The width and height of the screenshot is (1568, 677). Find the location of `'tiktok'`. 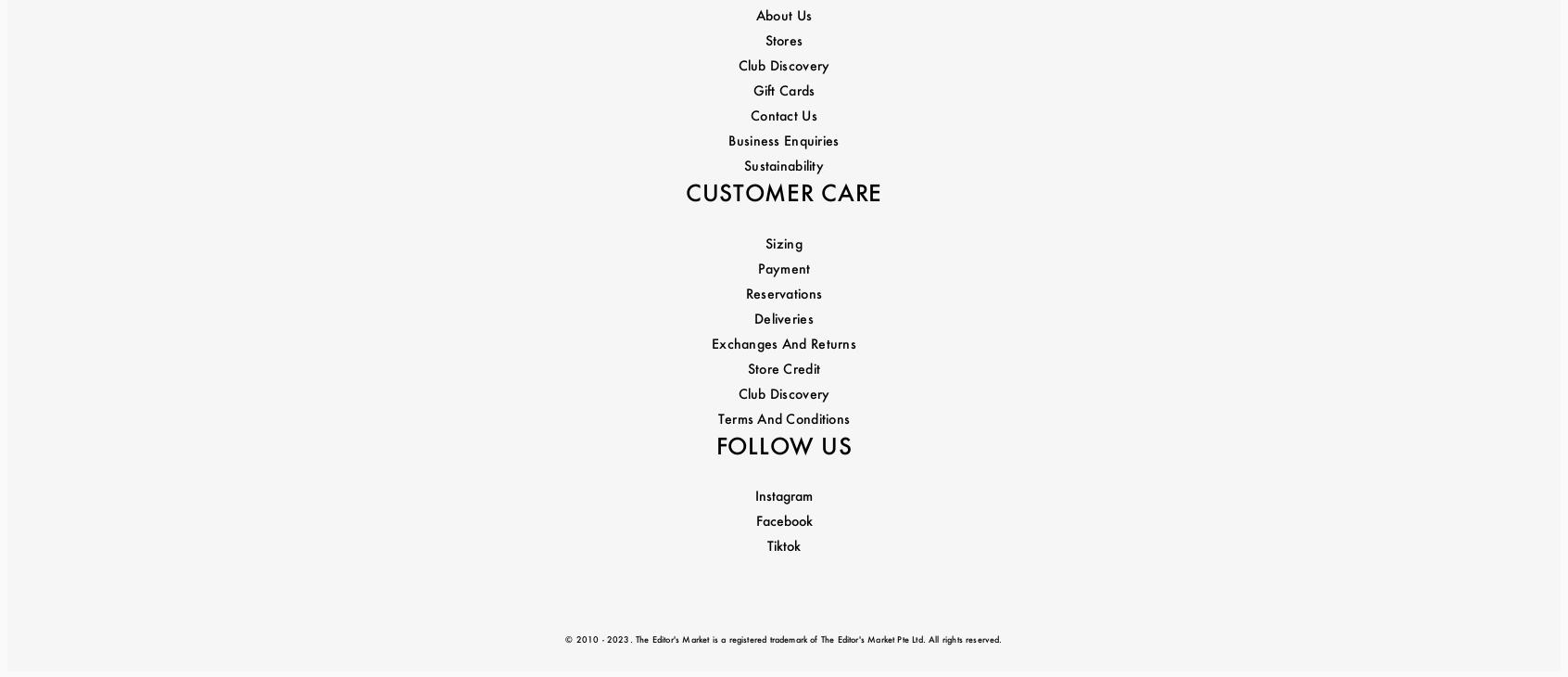

'tiktok' is located at coordinates (784, 397).